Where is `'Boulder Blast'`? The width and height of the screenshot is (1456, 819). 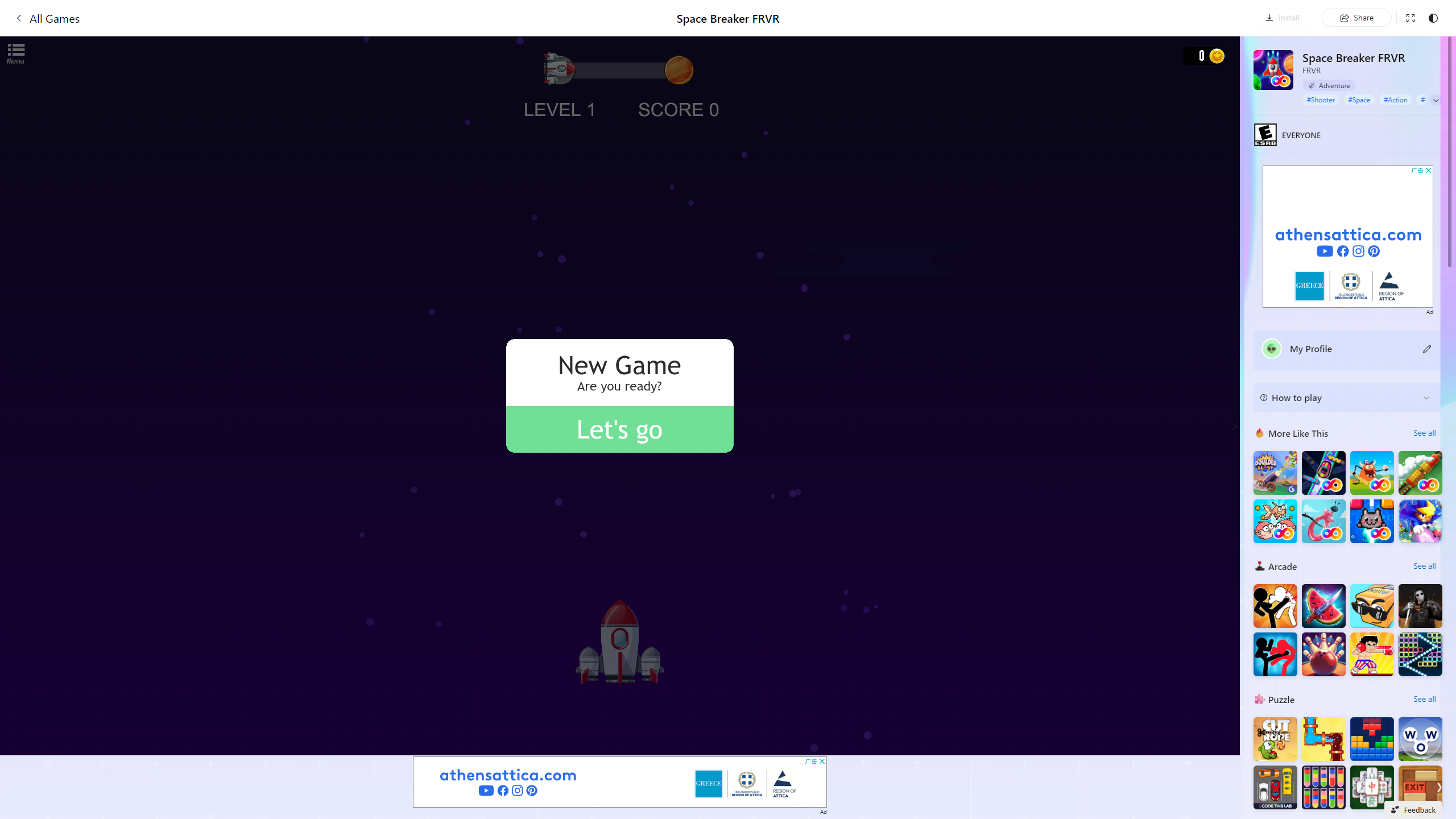 'Boulder Blast' is located at coordinates (1275, 473).